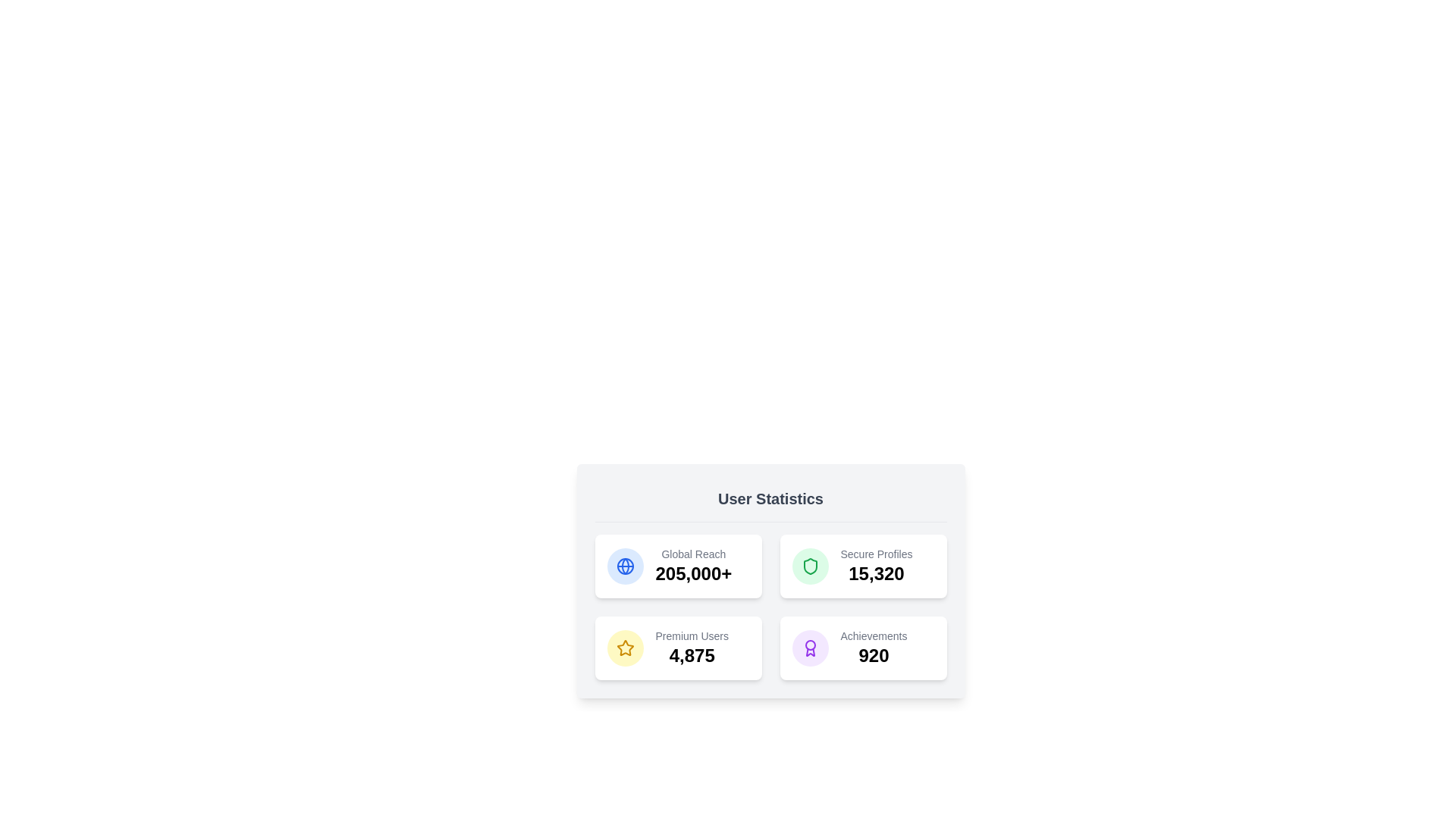 This screenshot has height=819, width=1456. Describe the element at coordinates (625, 648) in the screenshot. I see `the premium users icon located at the bottom-left of the User Statistics section, directly above the text 'Premium Users' and '4,875'` at that location.